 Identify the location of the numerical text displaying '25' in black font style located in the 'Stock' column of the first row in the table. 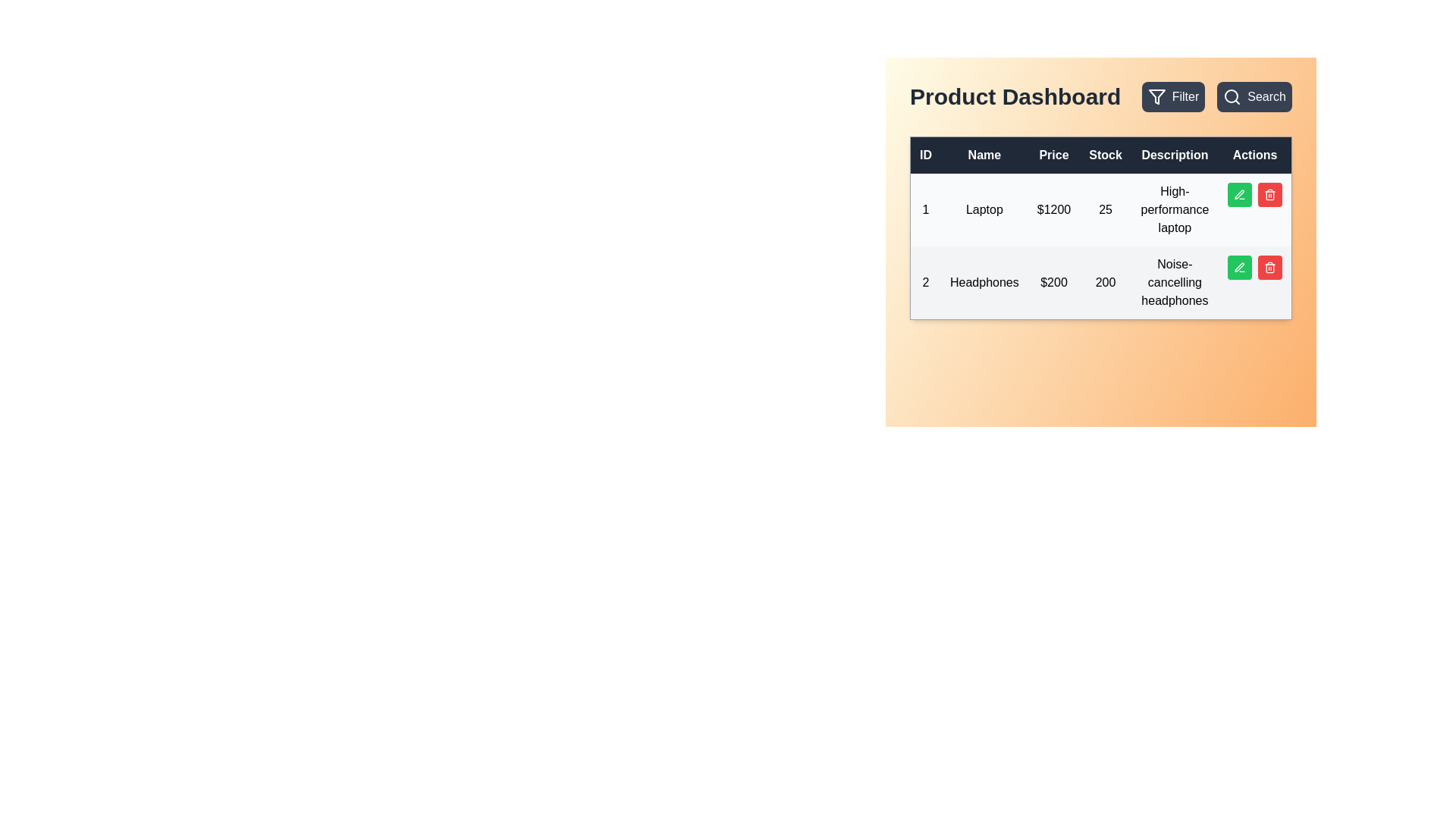
(1106, 210).